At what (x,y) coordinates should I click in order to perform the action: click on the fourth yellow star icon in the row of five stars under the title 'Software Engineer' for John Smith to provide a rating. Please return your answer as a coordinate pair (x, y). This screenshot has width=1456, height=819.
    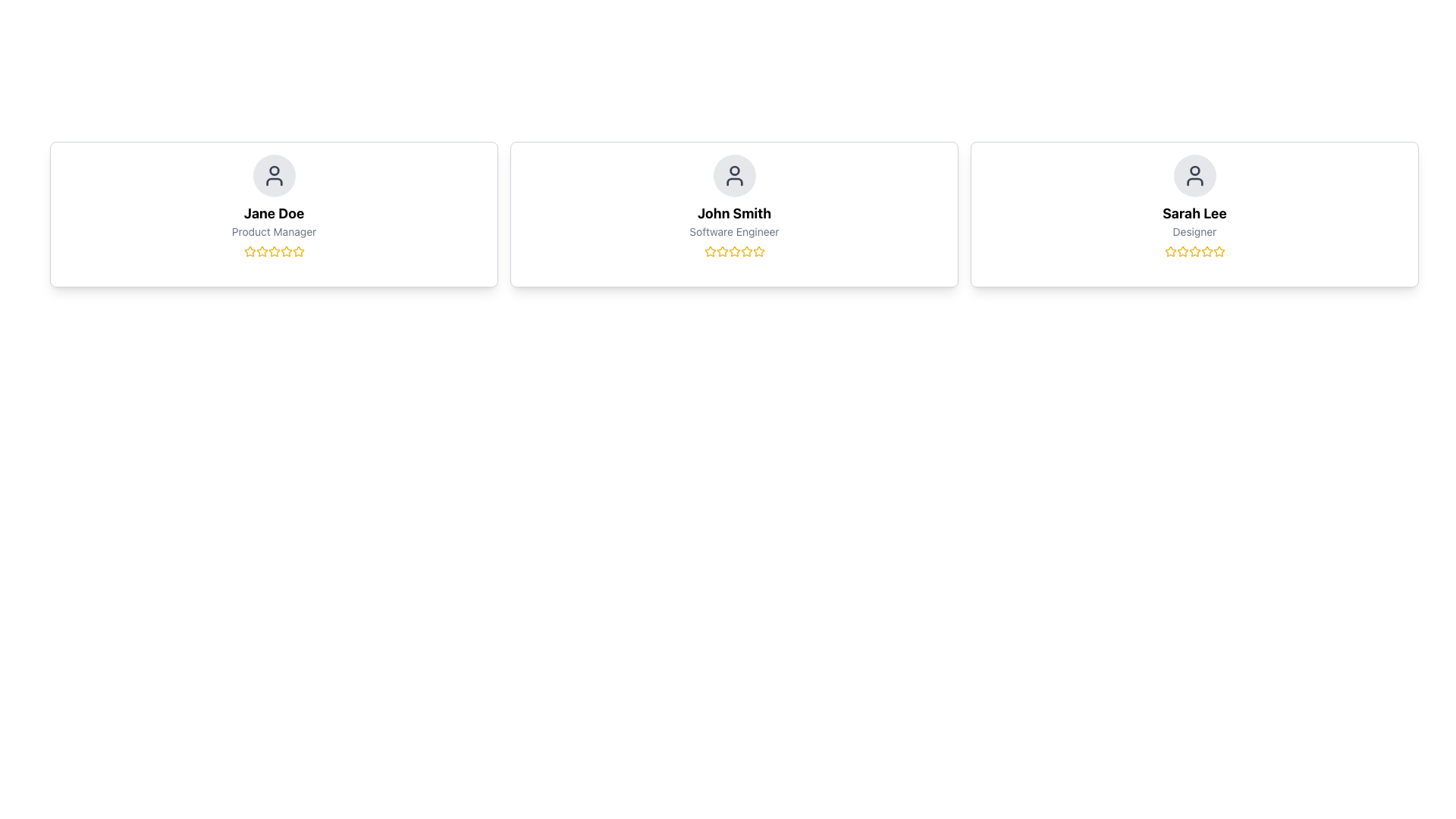
    Looking at the image, I should click on (734, 250).